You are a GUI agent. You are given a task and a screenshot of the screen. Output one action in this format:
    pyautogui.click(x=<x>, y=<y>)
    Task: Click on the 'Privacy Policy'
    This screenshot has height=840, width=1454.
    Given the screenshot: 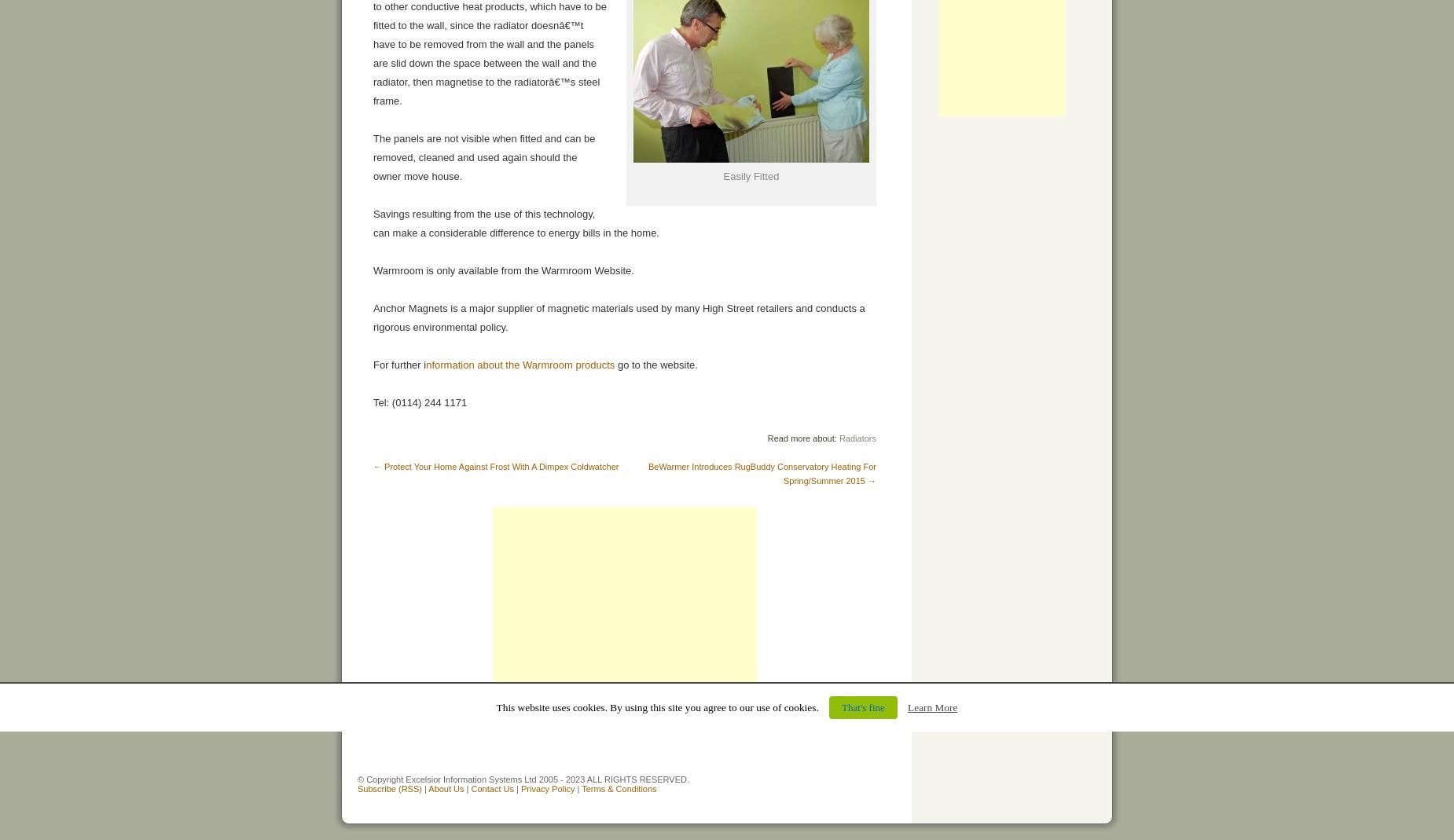 What is the action you would take?
    pyautogui.click(x=547, y=789)
    